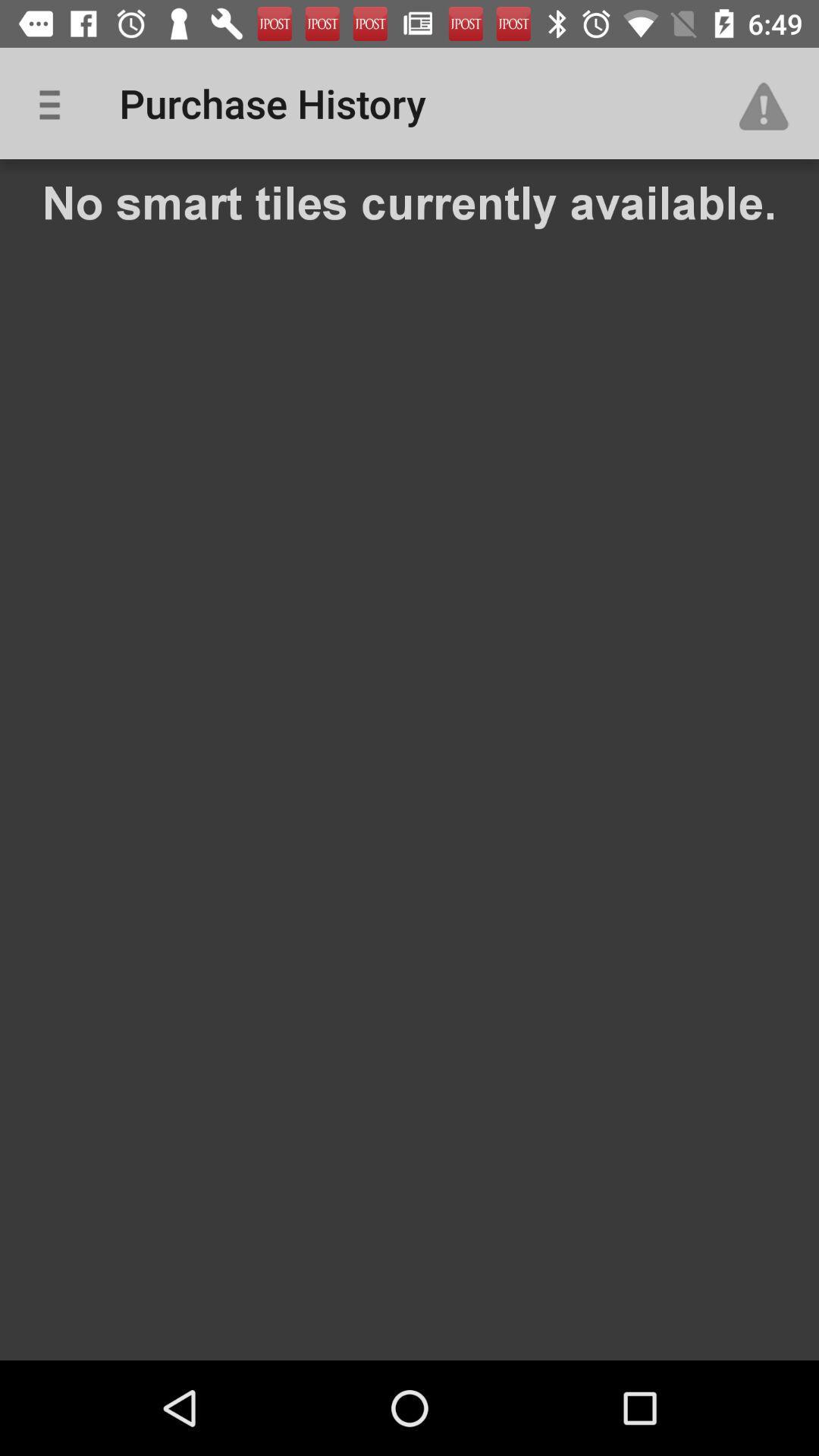  Describe the element at coordinates (55, 102) in the screenshot. I see `the icon above no smart tiles` at that location.